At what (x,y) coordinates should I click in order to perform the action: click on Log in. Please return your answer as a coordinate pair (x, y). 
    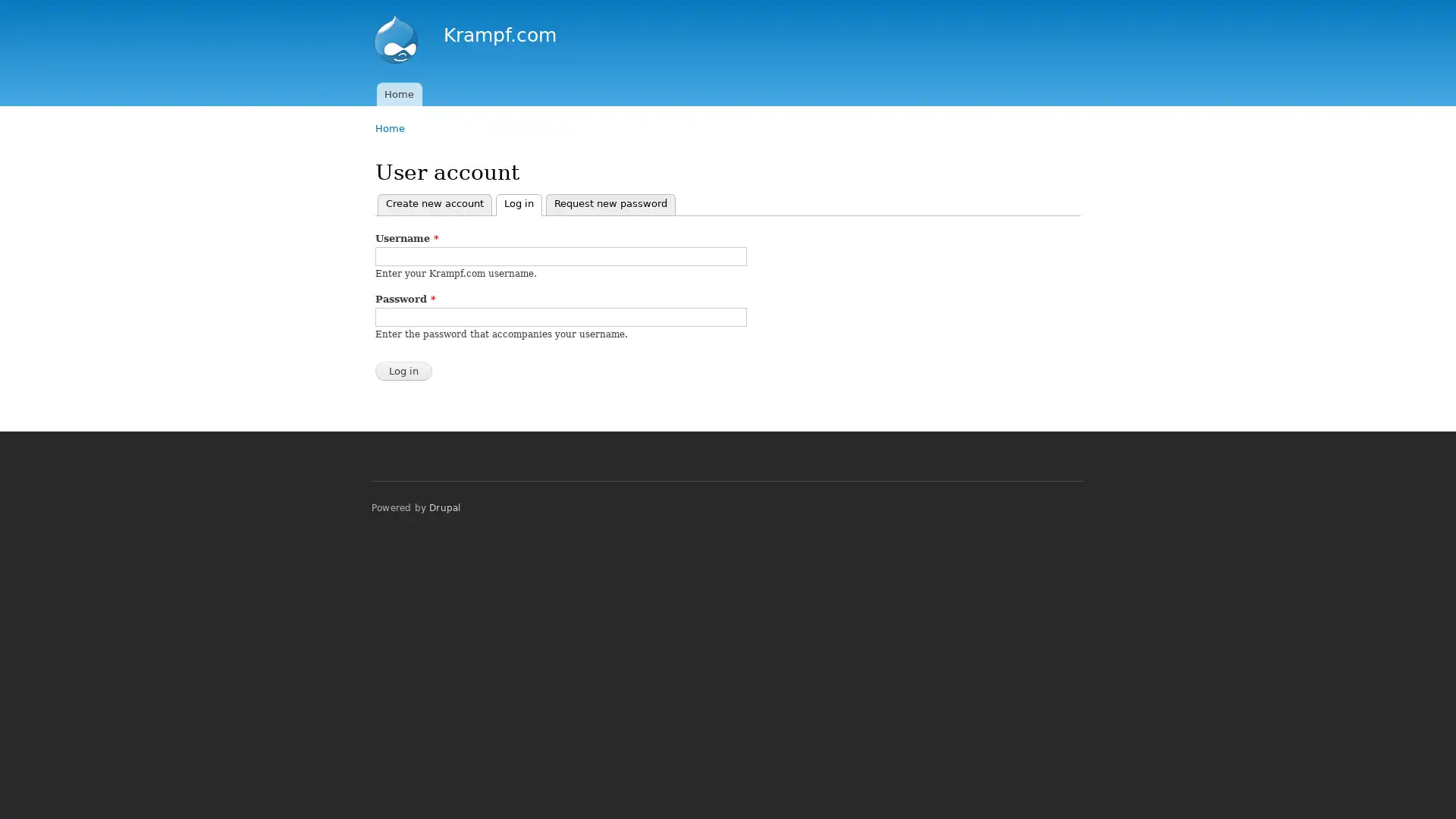
    Looking at the image, I should click on (403, 371).